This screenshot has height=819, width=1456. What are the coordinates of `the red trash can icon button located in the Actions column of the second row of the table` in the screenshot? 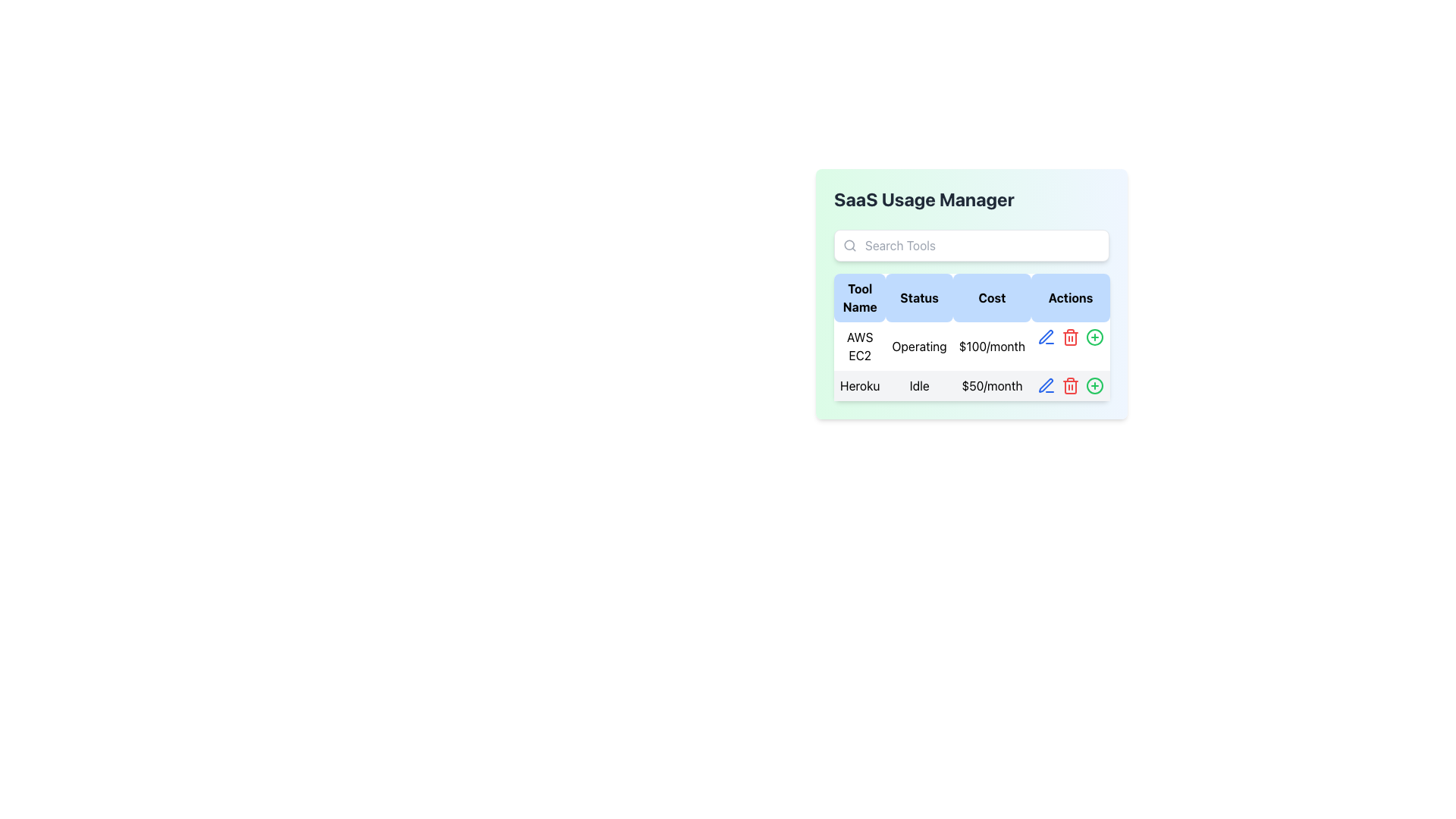 It's located at (1069, 385).